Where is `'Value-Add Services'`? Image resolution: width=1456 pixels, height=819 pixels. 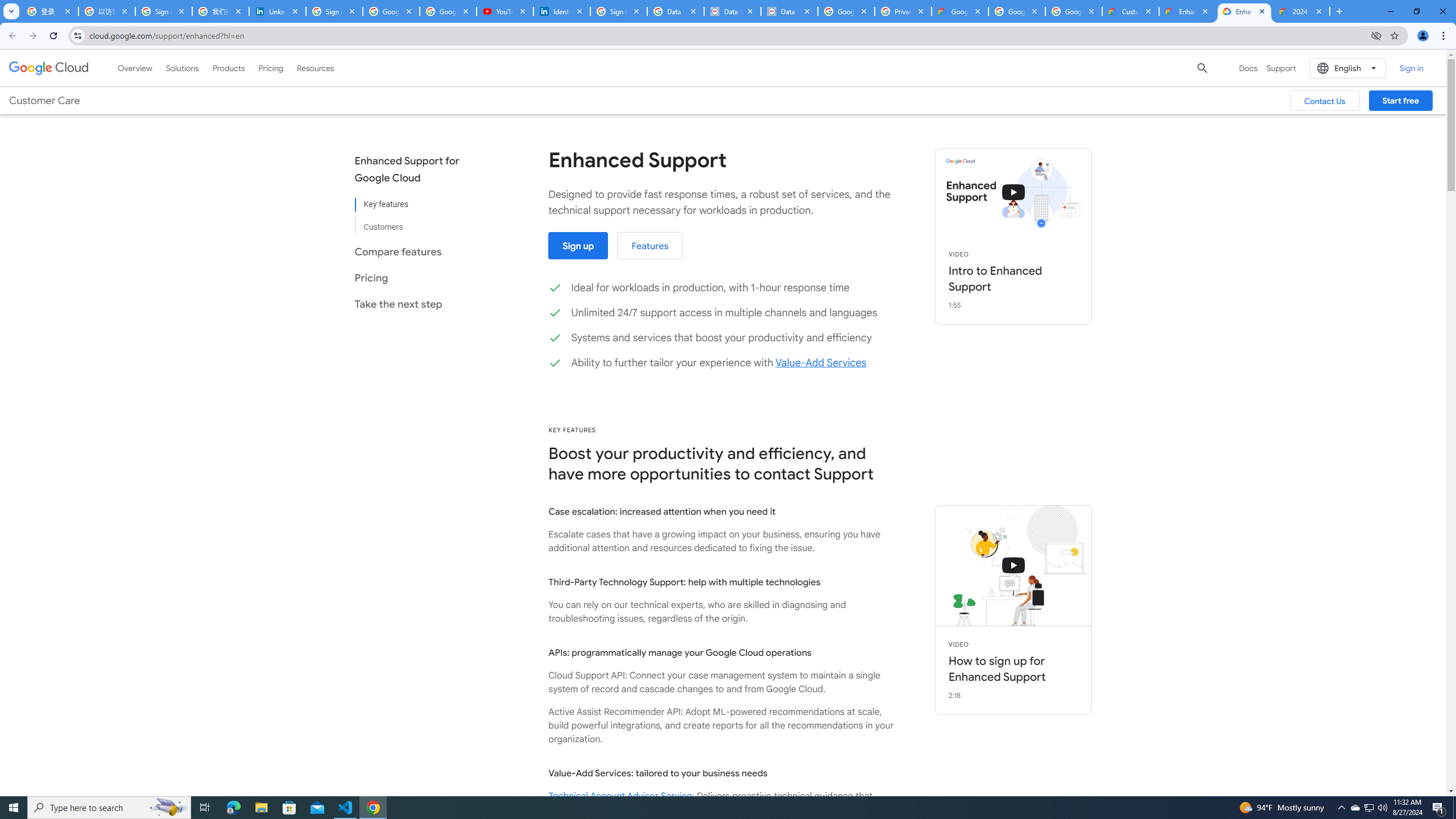
'Value-Add Services' is located at coordinates (820, 362).